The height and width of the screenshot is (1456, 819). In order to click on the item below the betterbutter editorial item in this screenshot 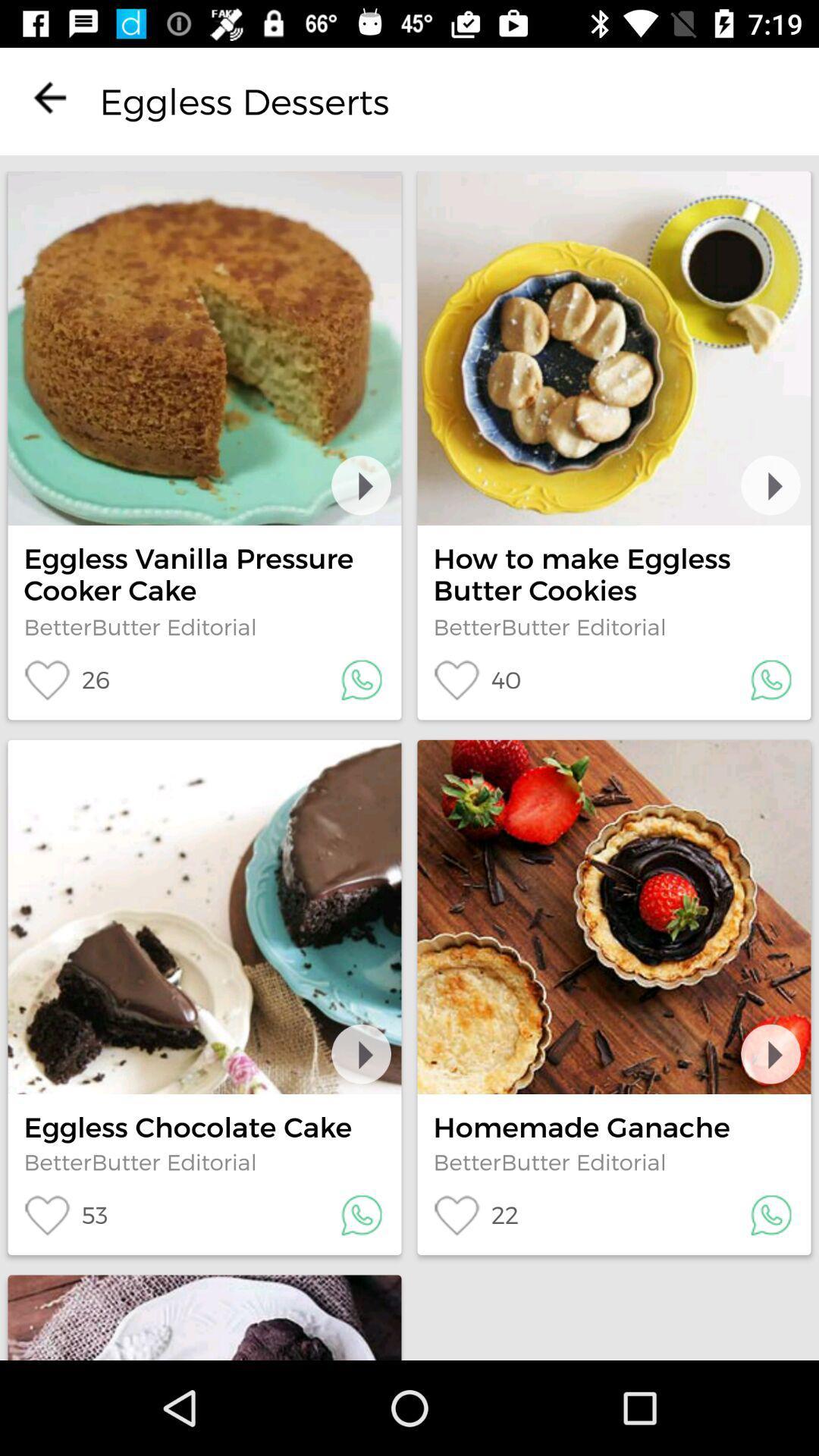, I will do `click(66, 679)`.